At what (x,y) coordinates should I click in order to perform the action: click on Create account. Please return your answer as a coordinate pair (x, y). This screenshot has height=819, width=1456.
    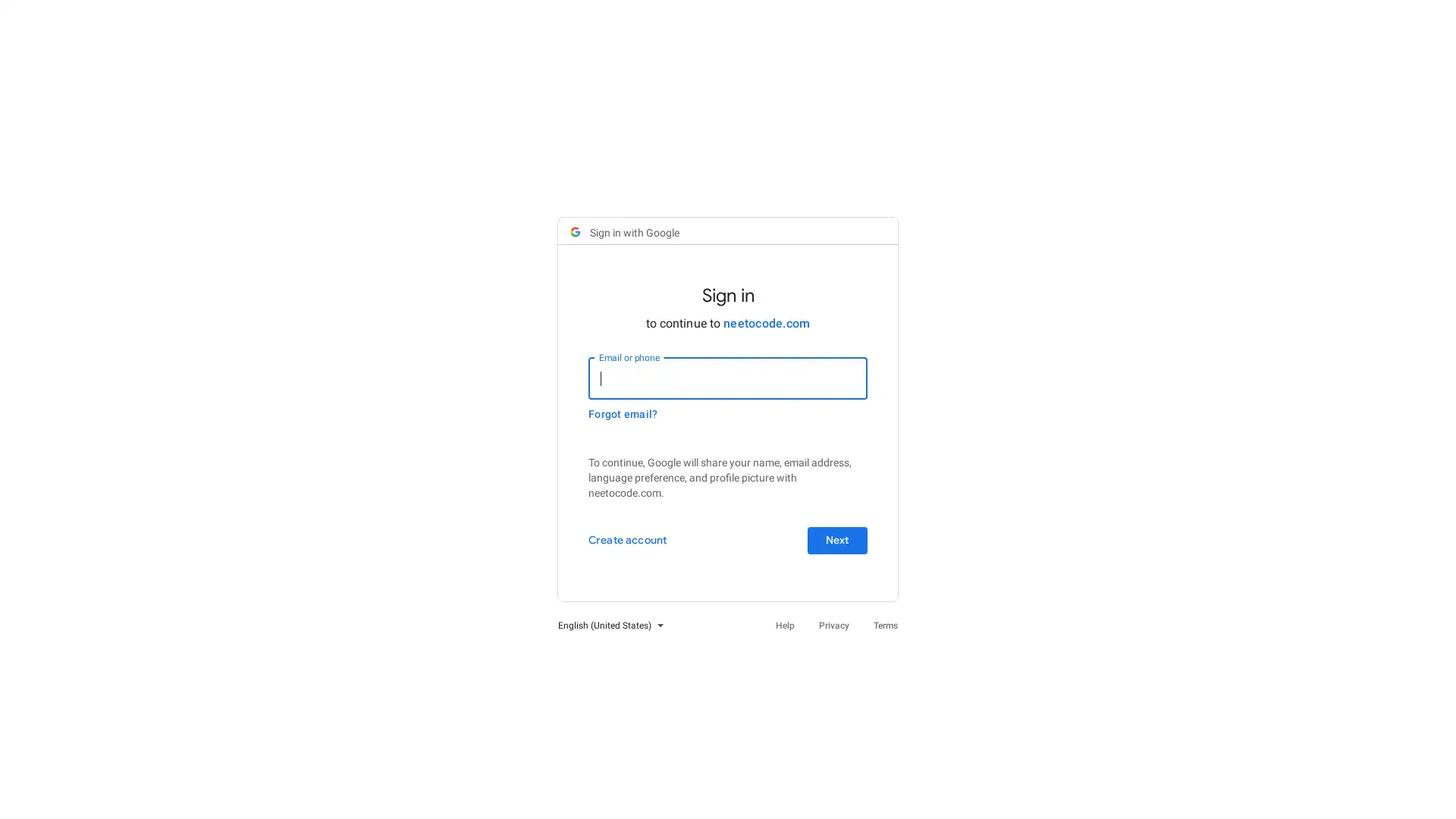
    Looking at the image, I should click on (627, 540).